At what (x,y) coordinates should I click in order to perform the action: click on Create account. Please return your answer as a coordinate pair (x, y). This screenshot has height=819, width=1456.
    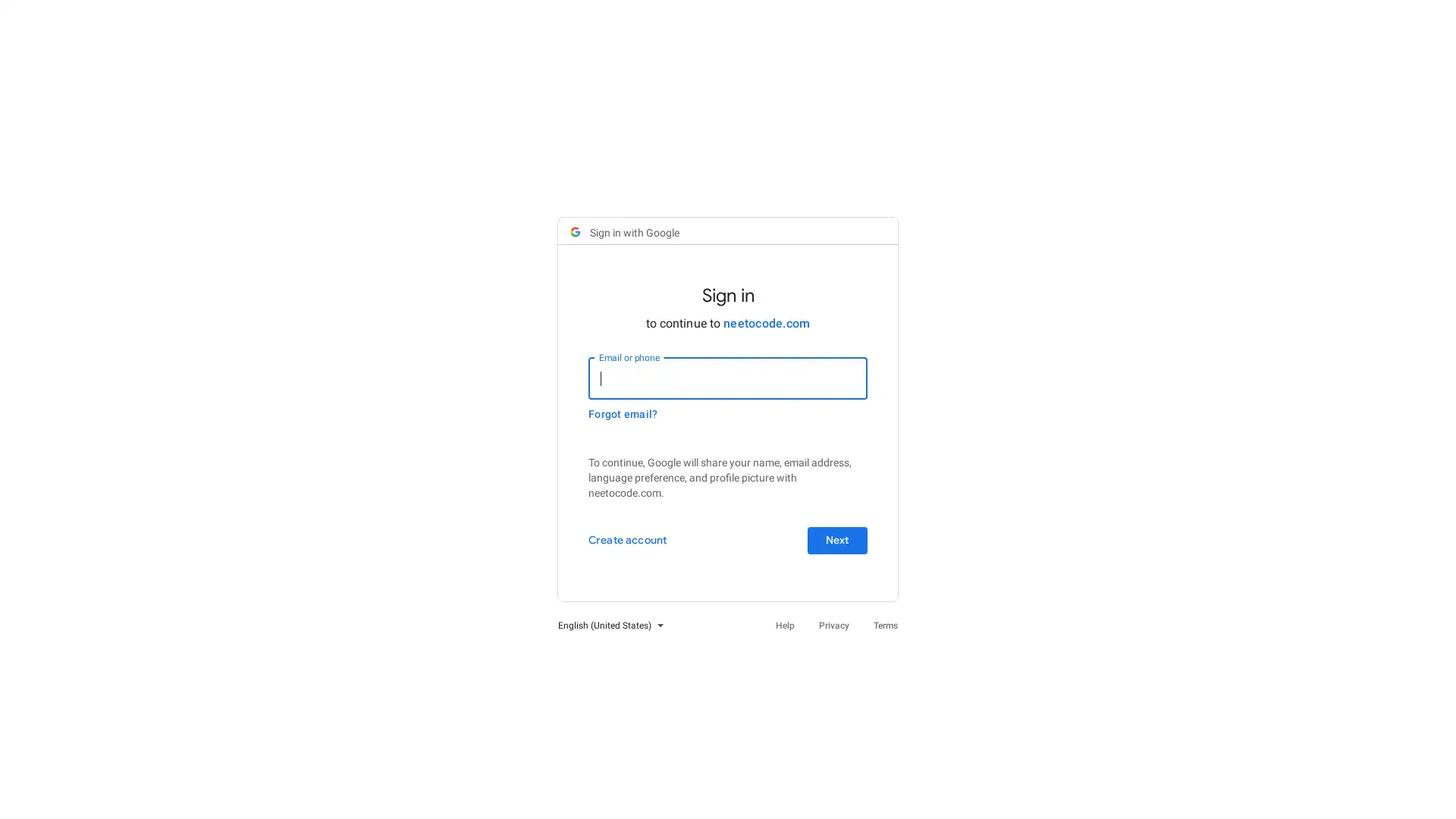
    Looking at the image, I should click on (627, 540).